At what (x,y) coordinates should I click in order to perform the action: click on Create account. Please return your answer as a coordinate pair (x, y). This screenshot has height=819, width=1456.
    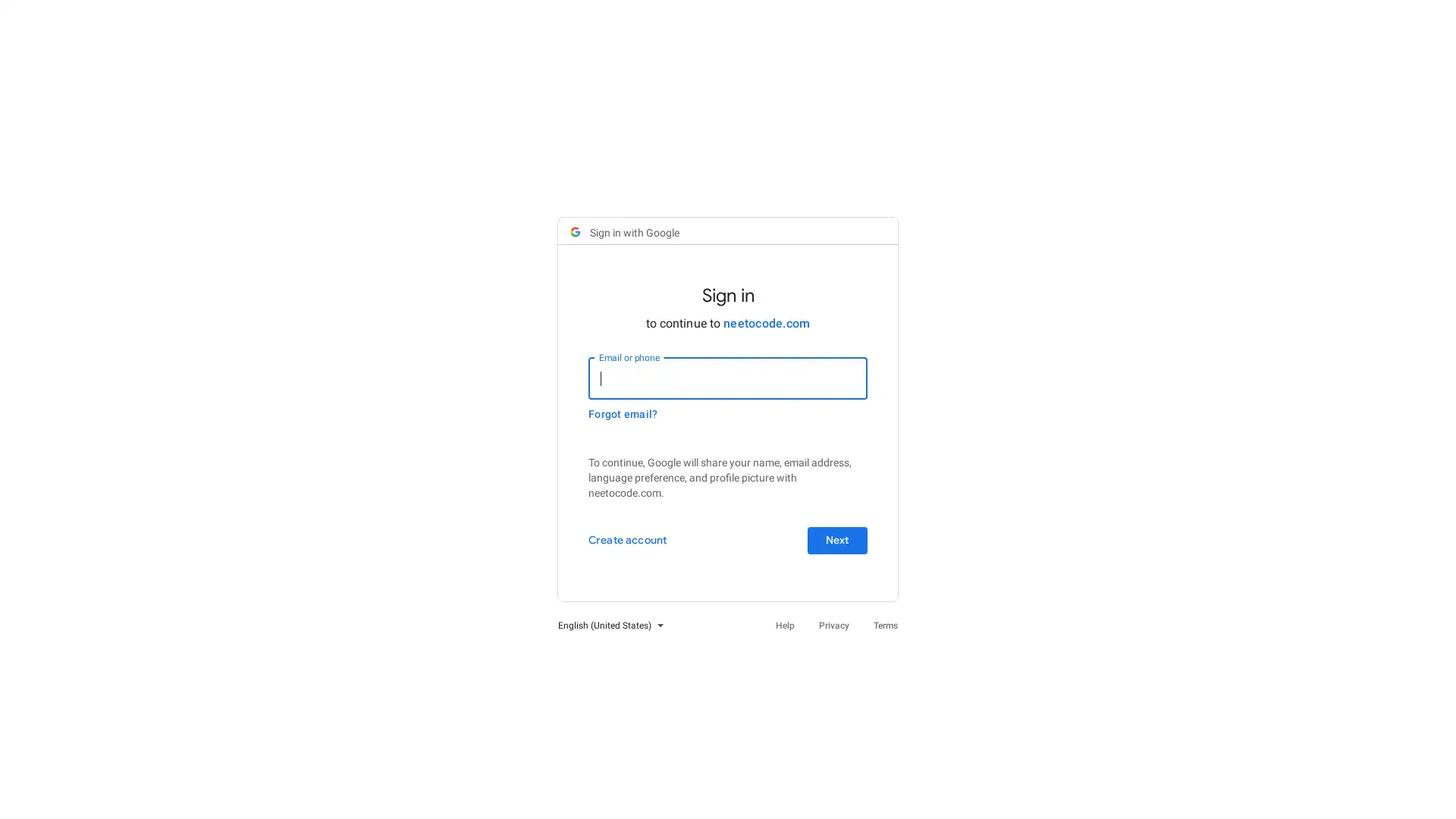
    Looking at the image, I should click on (627, 540).